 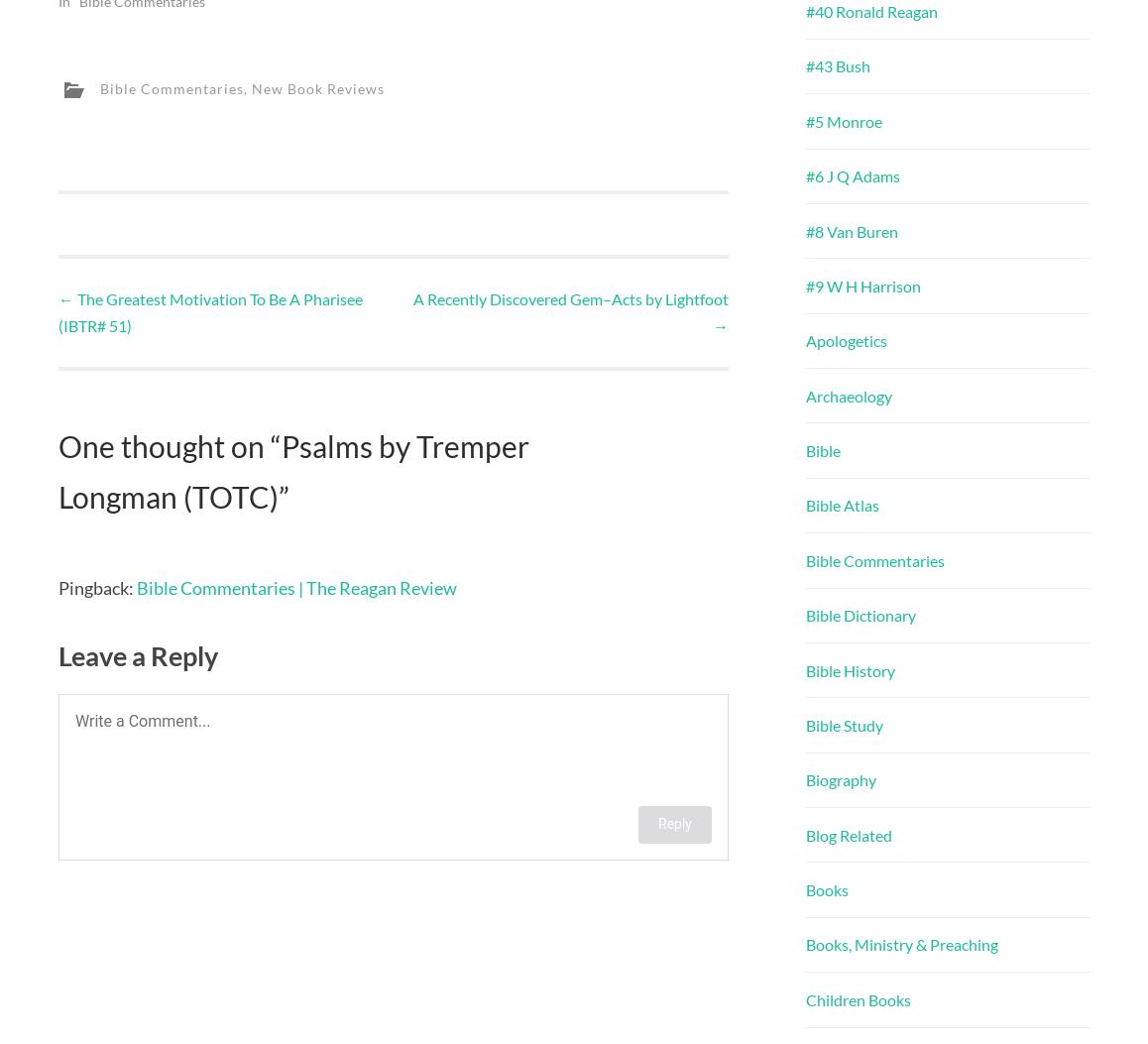 I want to click on ',', so click(x=247, y=86).